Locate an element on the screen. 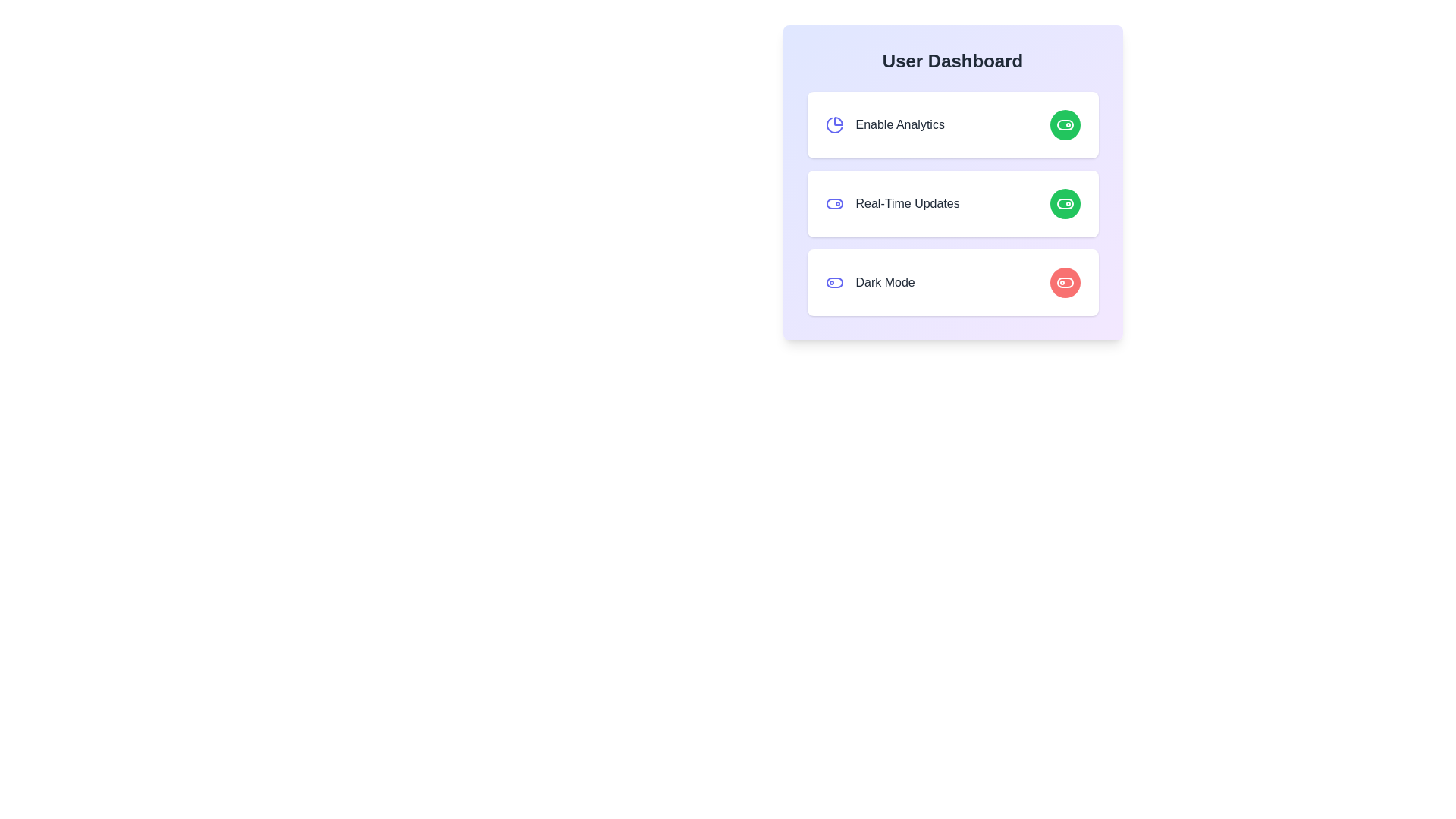 Image resolution: width=1456 pixels, height=819 pixels. the Toggle button located on the right side of the 'Enable Analytics' card in the 'User Dashboard' interface is located at coordinates (1064, 124).